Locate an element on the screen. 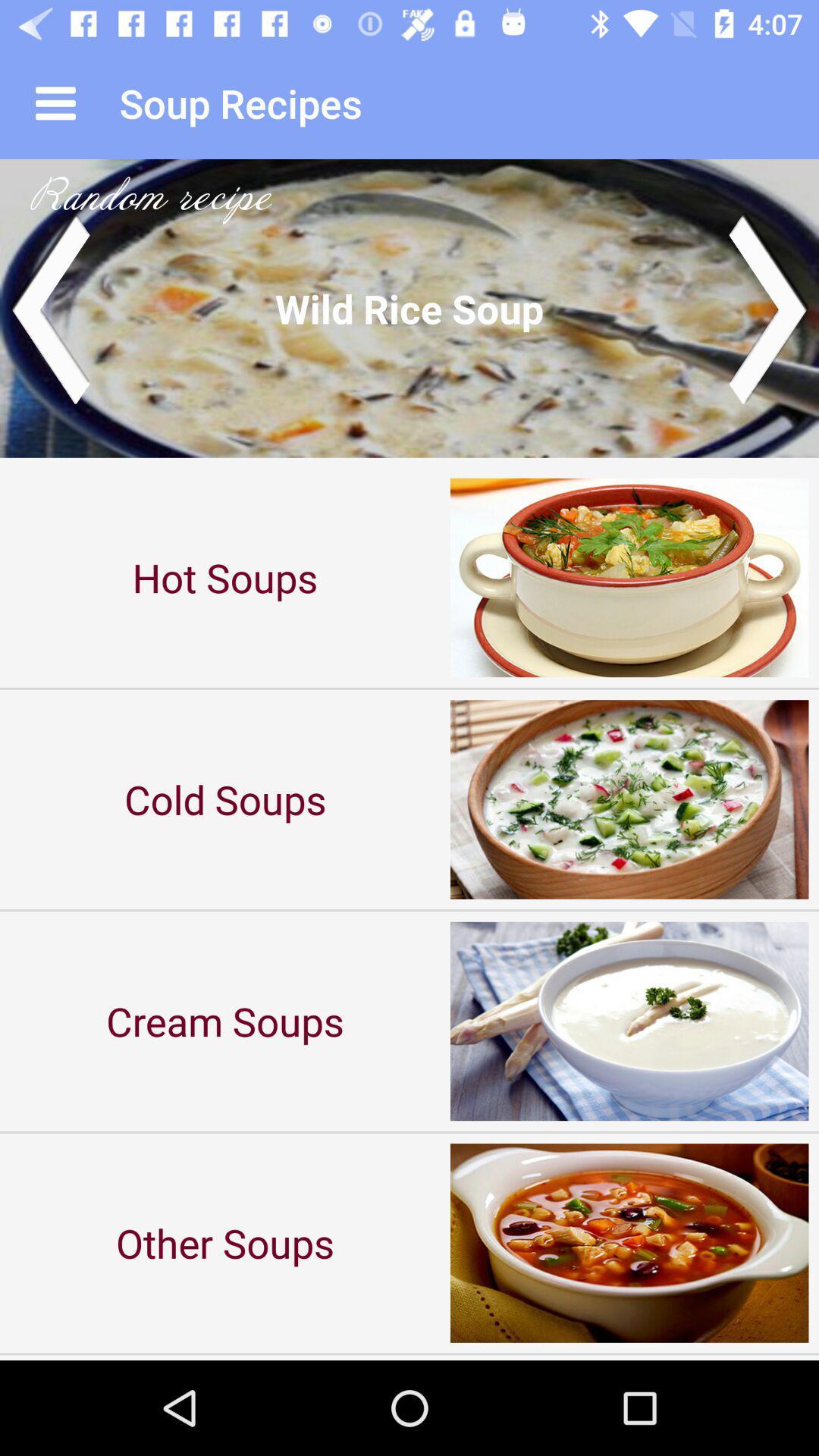 This screenshot has width=819, height=1456. the hot soups icon is located at coordinates (225, 576).